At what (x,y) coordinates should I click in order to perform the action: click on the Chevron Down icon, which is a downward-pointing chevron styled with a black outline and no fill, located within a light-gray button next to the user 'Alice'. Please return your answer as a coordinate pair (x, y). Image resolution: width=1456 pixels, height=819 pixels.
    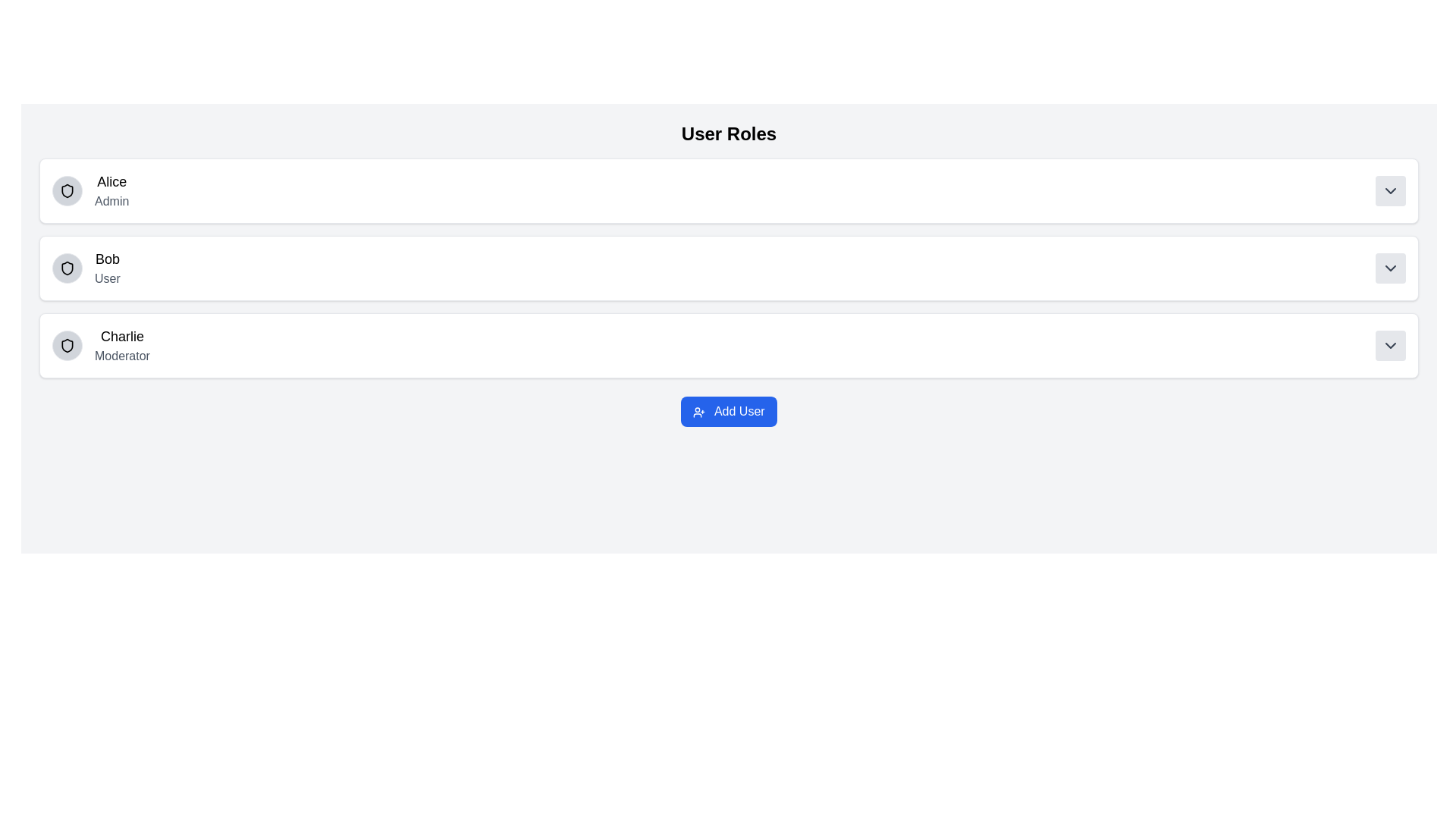
    Looking at the image, I should click on (1390, 190).